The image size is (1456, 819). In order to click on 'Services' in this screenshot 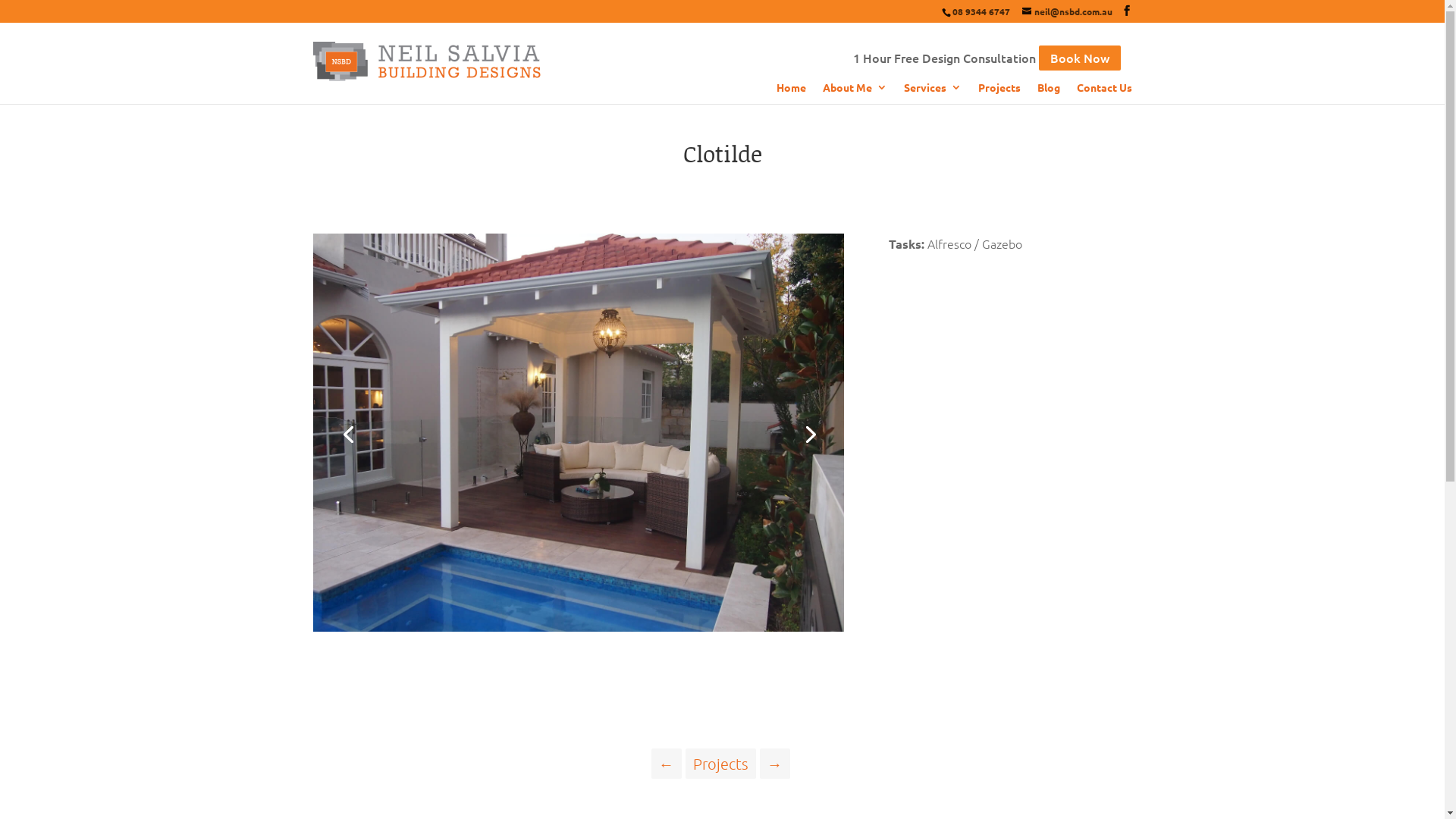, I will do `click(903, 93)`.